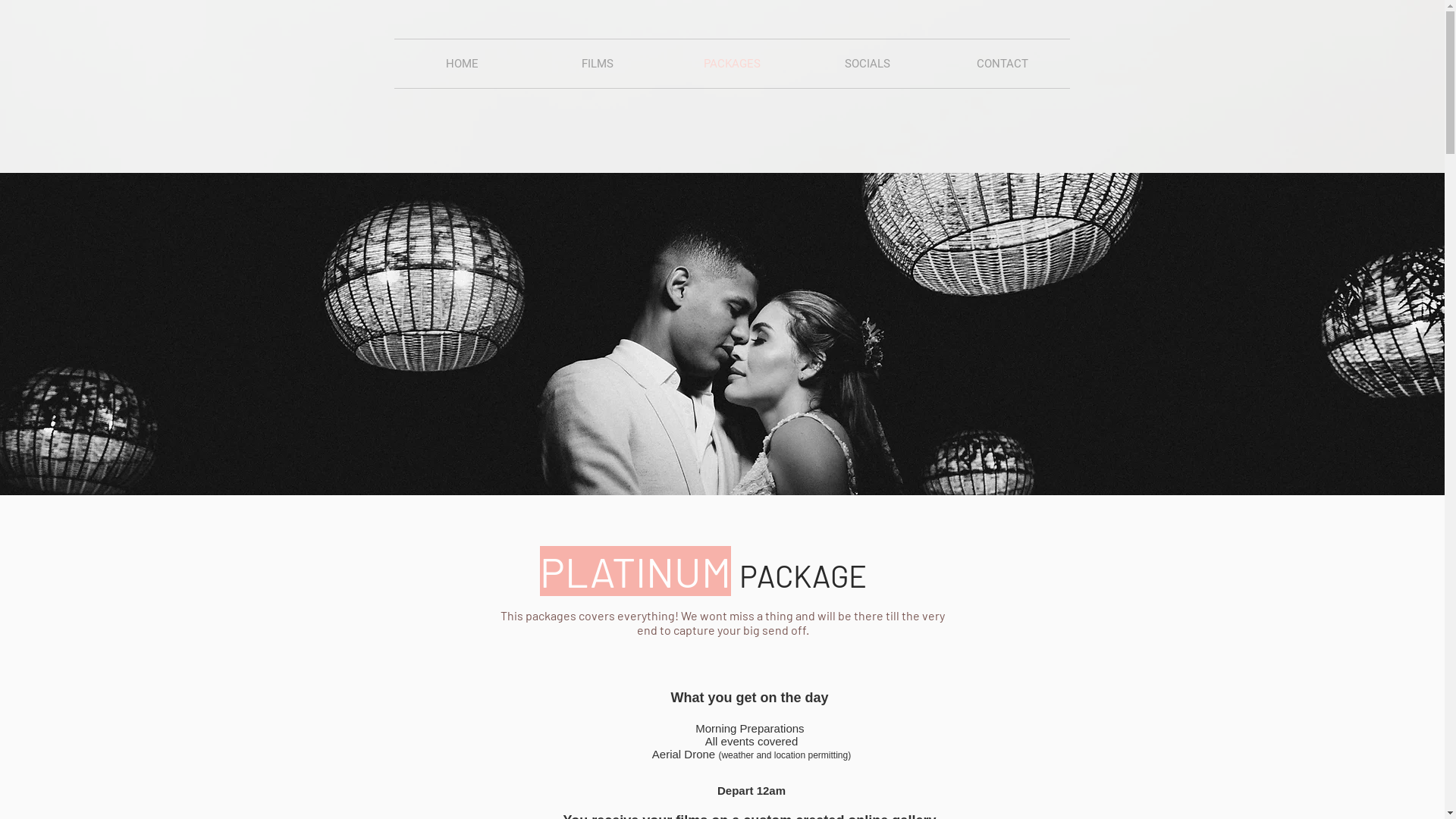  Describe the element at coordinates (596, 63) in the screenshot. I see `'FILMS'` at that location.